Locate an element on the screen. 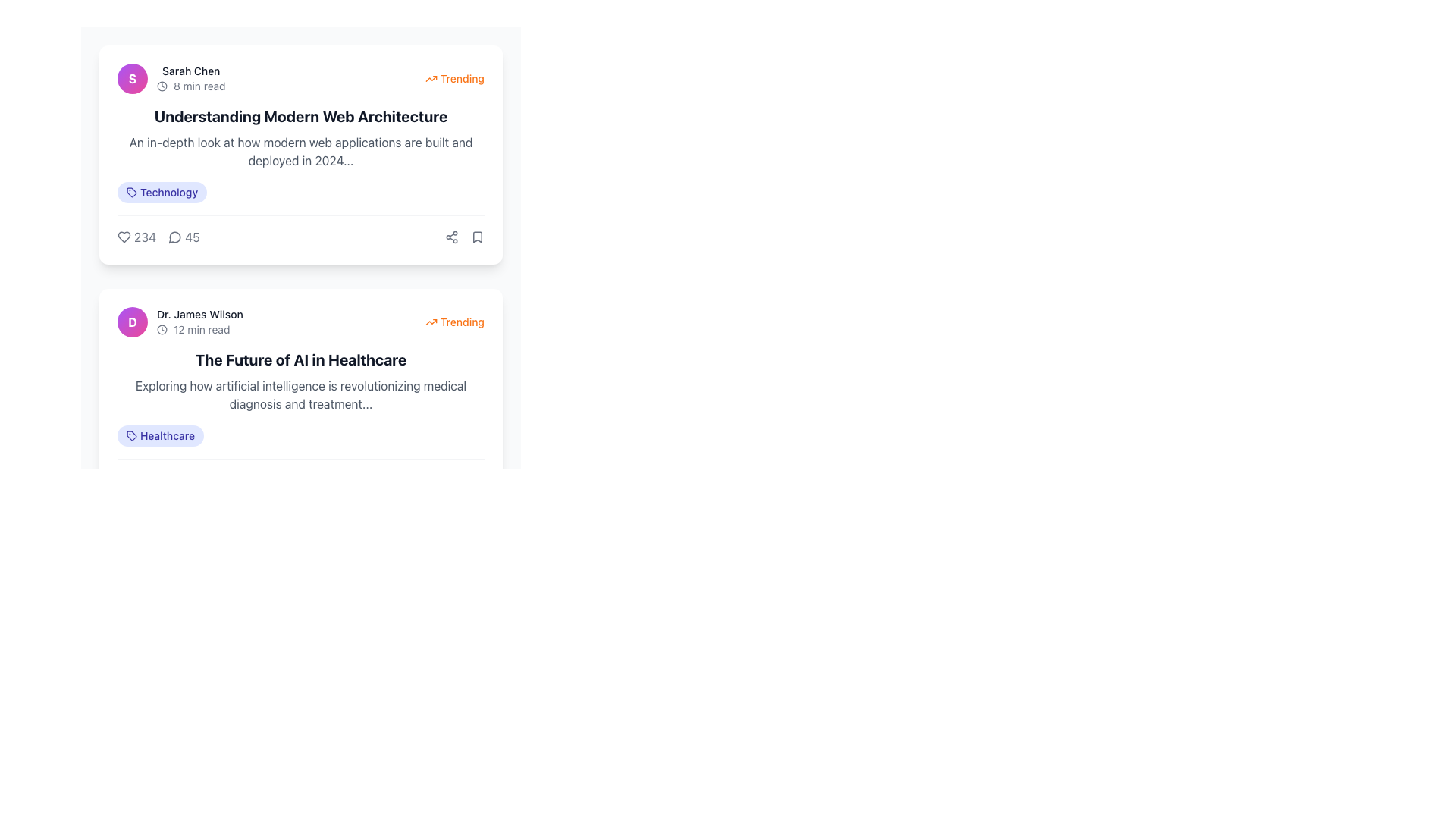 This screenshot has width=1456, height=819. the 'Technology' label tag, which is a rounded rectangular tag with a light indigo background and dark indigo text, located in the first content card under 'Understanding Modern Web Architecture' is located at coordinates (162, 192).